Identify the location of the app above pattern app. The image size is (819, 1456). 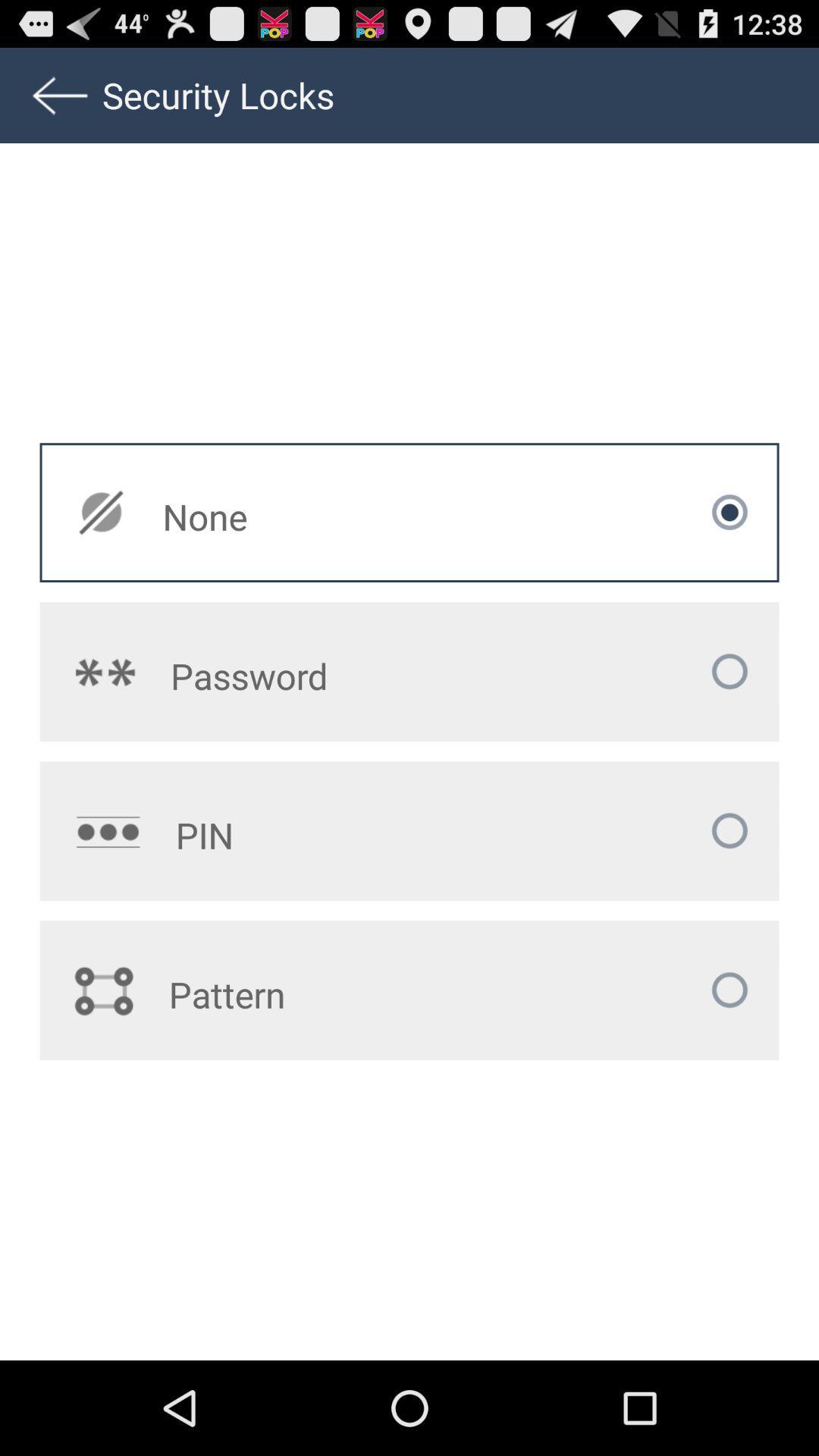
(324, 834).